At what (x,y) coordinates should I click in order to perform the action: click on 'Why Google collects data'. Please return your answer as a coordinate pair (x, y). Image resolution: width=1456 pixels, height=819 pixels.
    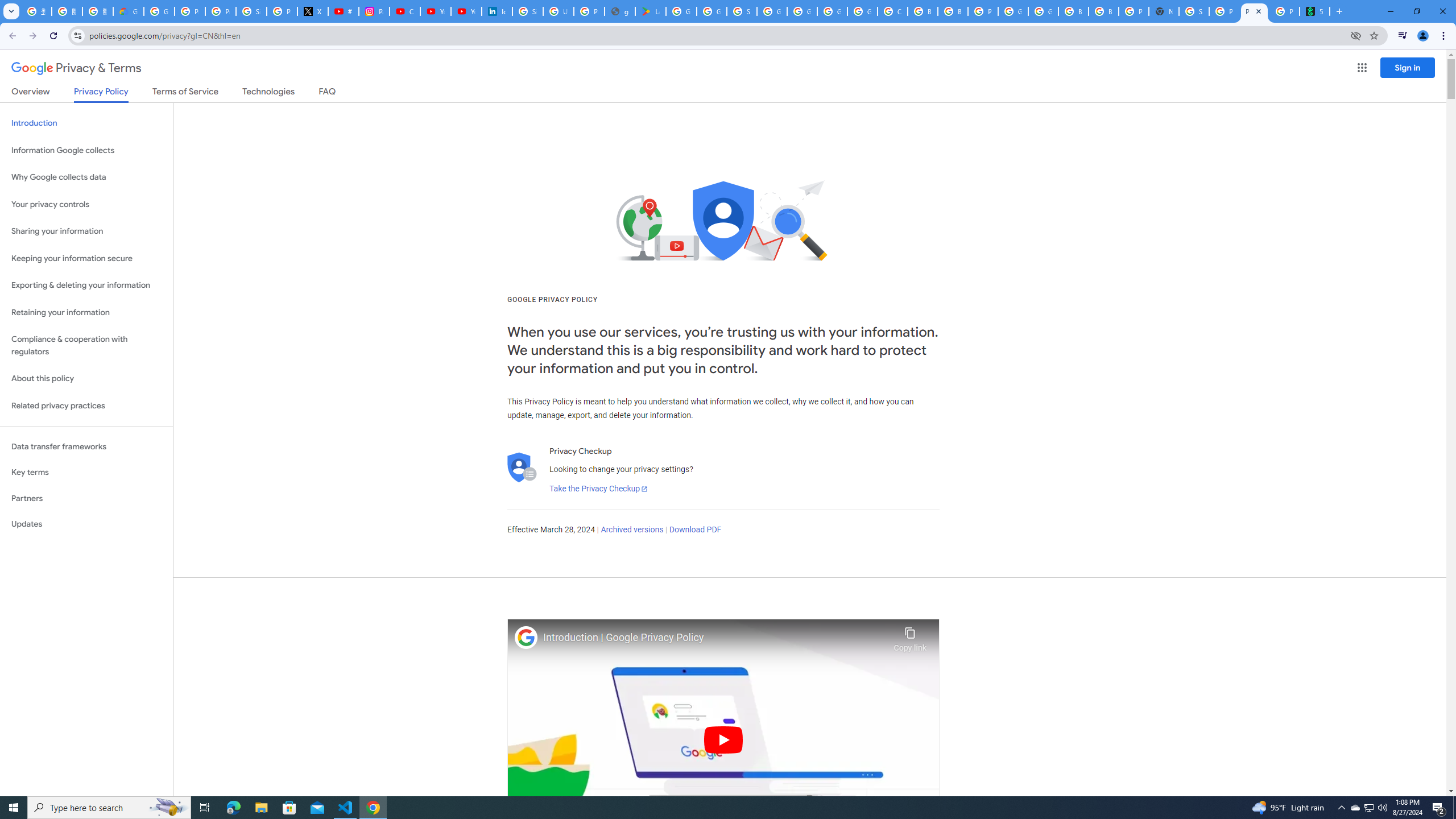
    Looking at the image, I should click on (86, 176).